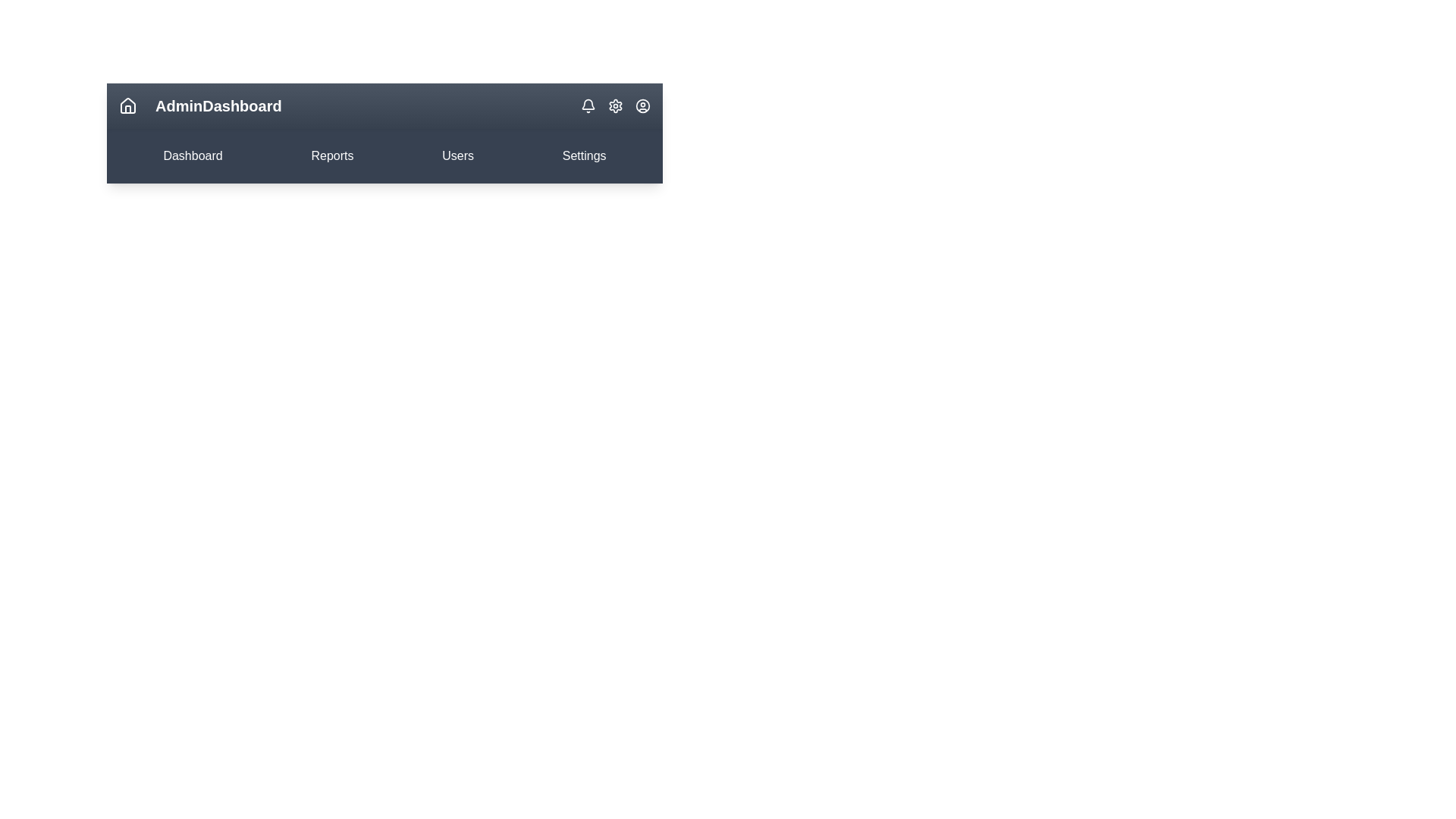 The width and height of the screenshot is (1456, 819). I want to click on the User icon to open the user options menu, so click(643, 105).